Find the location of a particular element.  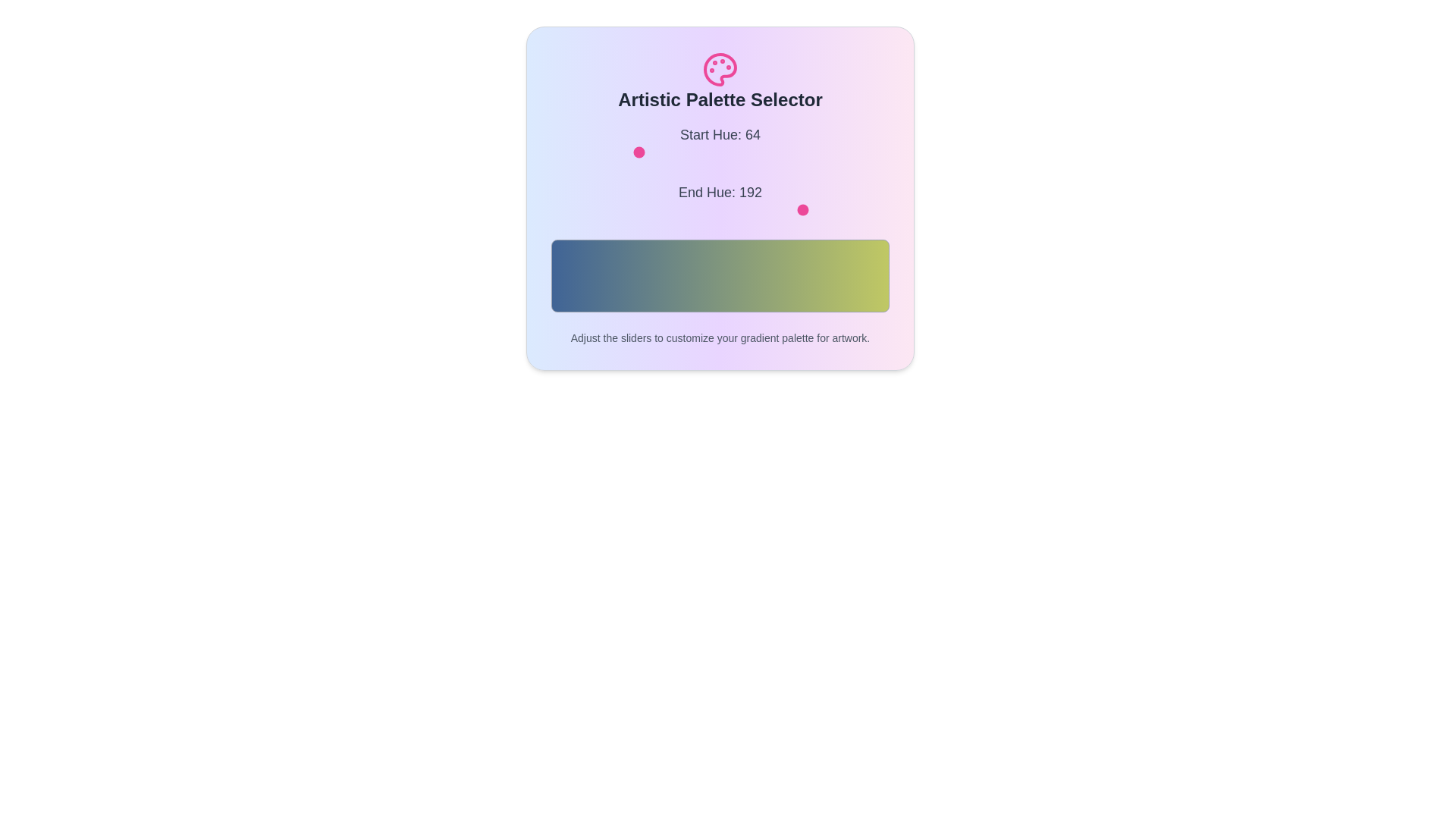

the 'End Hue' slider to 206 is located at coordinates (824, 210).